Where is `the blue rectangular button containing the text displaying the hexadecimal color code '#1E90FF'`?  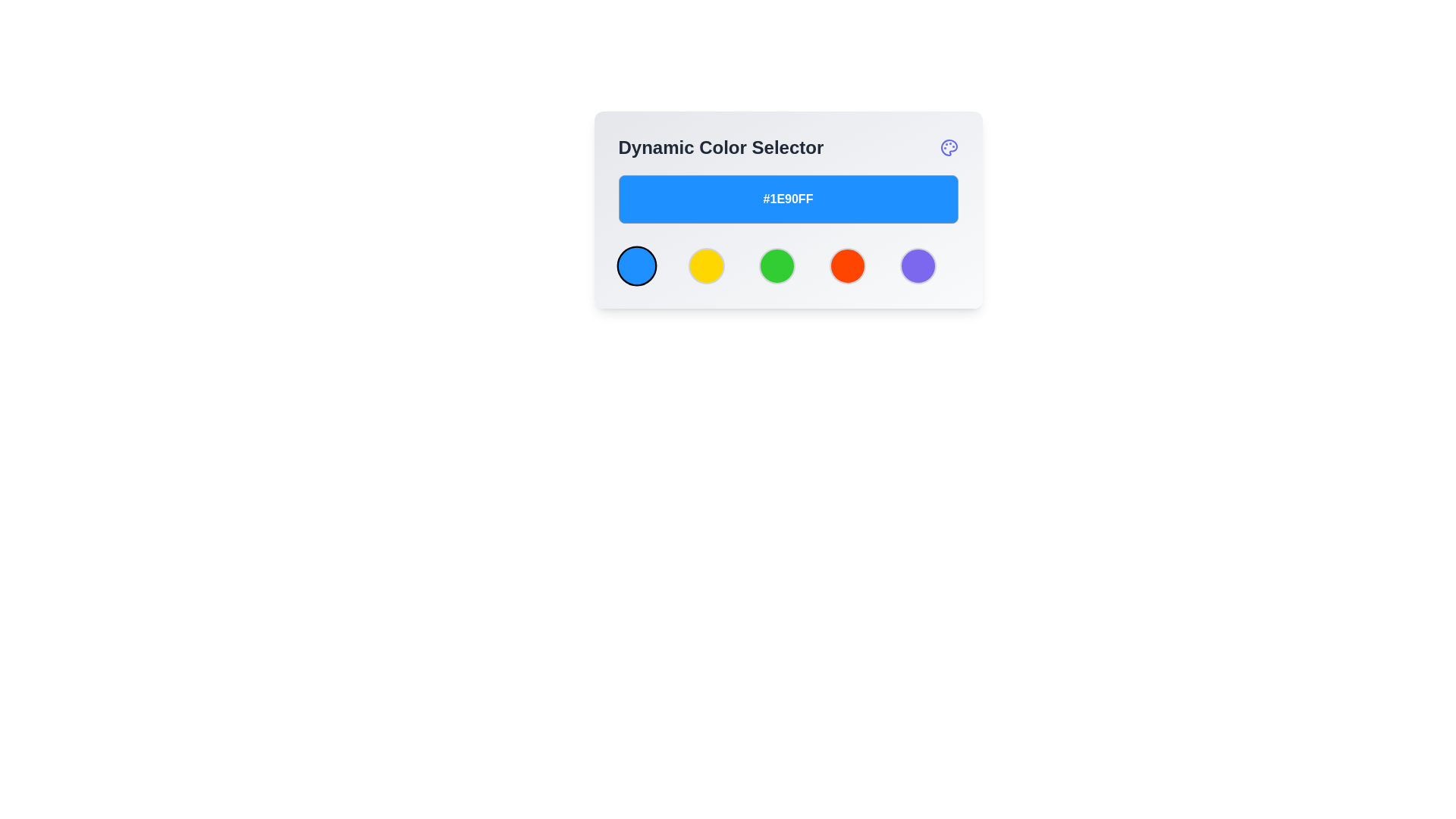
the blue rectangular button containing the text displaying the hexadecimal color code '#1E90FF' is located at coordinates (788, 198).